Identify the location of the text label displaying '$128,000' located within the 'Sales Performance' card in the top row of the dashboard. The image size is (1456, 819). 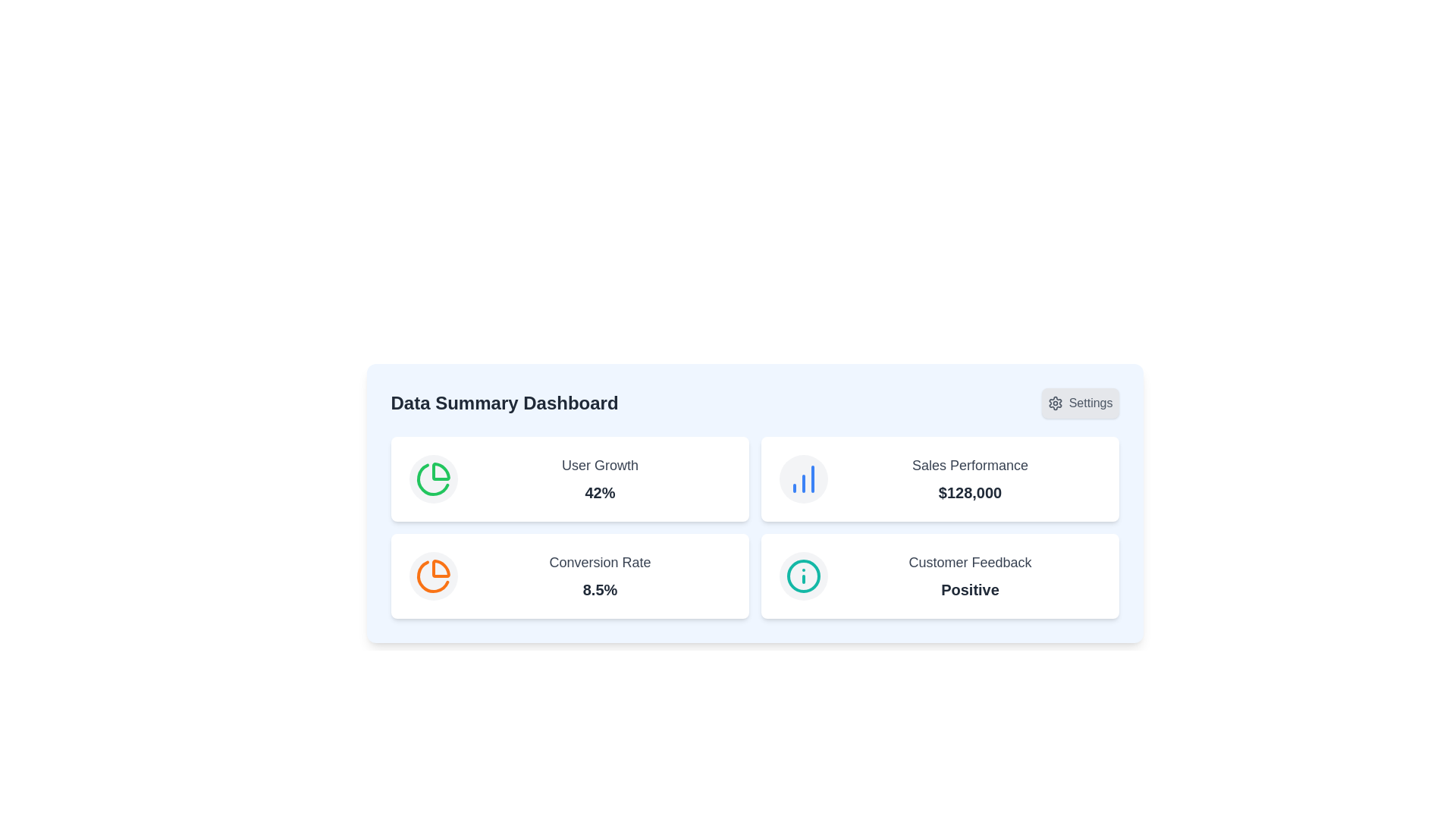
(969, 493).